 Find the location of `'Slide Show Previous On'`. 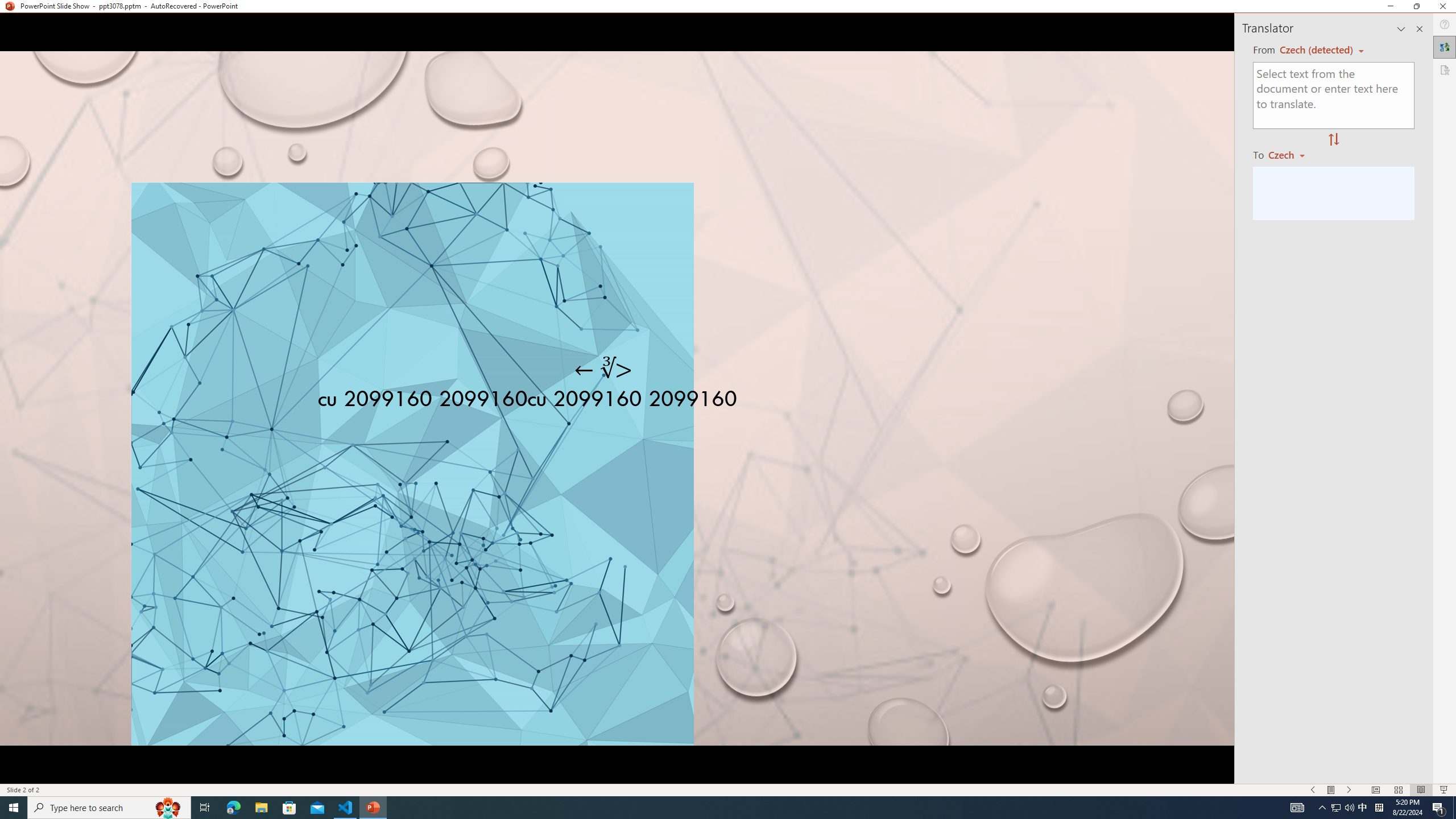

'Slide Show Previous On' is located at coordinates (1313, 790).